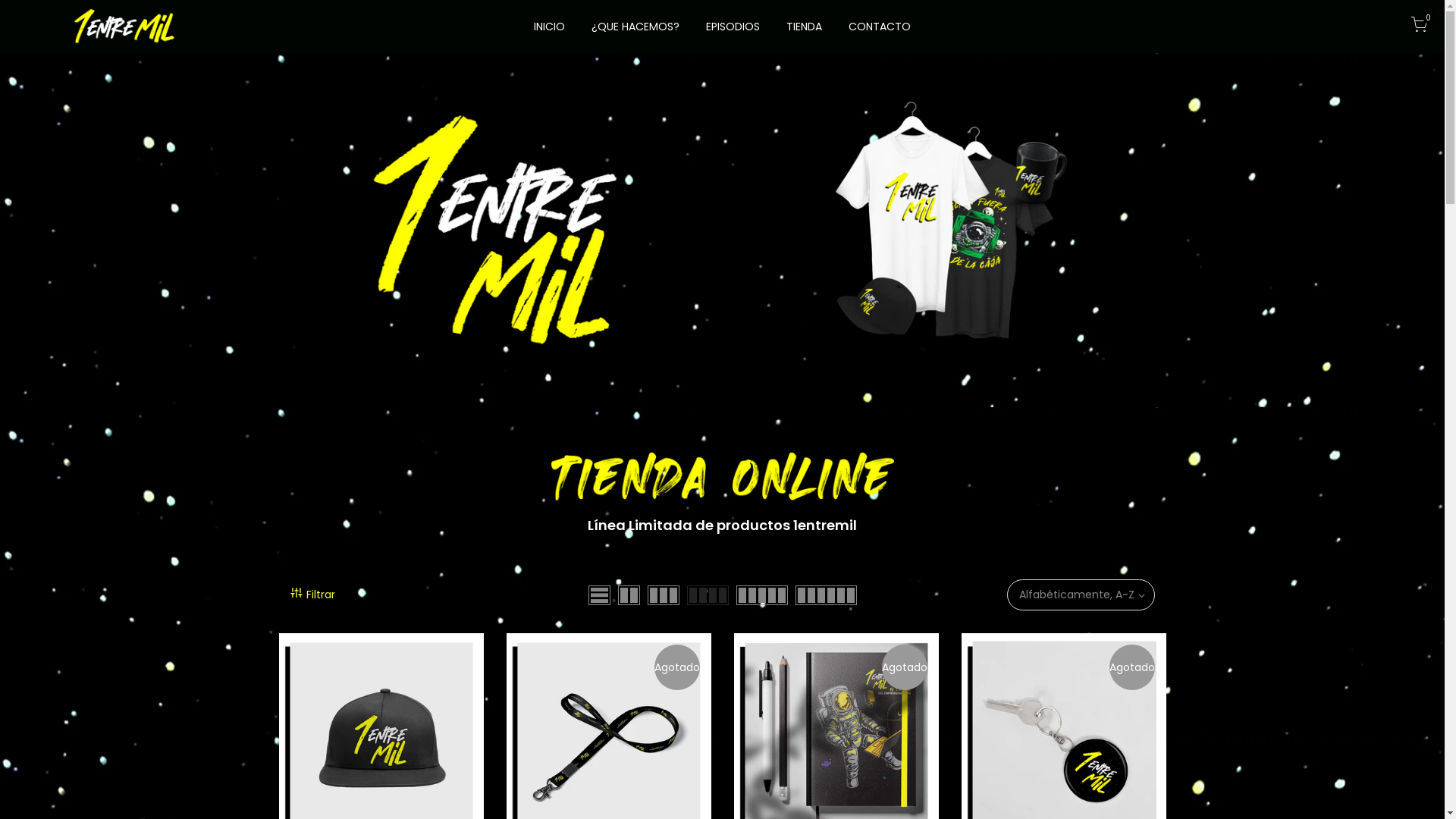 Image resolution: width=1456 pixels, height=819 pixels. What do you see at coordinates (803, 26) in the screenshot?
I see `'TIENDA'` at bounding box center [803, 26].